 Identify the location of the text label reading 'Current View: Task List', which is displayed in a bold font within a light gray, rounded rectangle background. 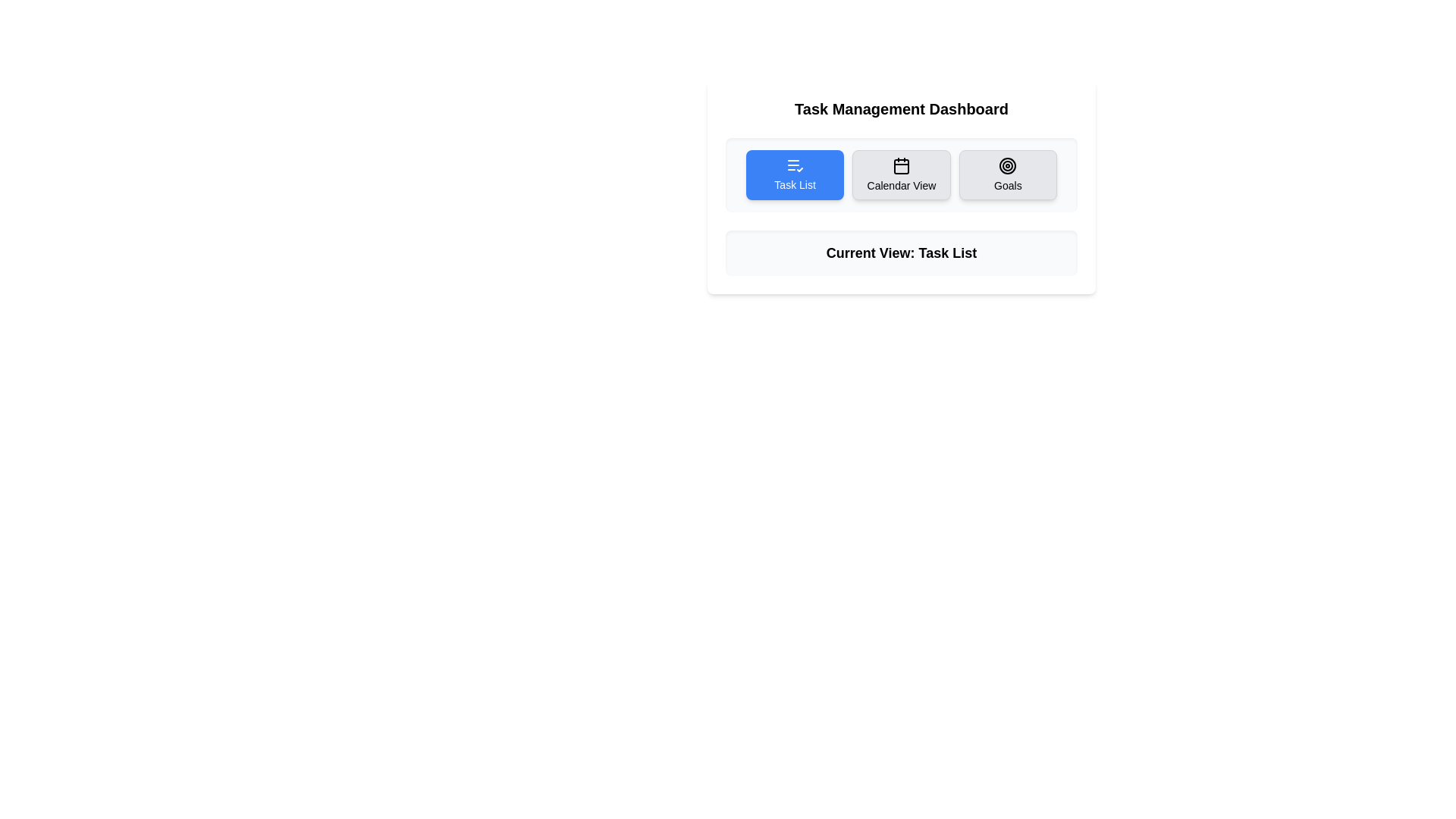
(902, 253).